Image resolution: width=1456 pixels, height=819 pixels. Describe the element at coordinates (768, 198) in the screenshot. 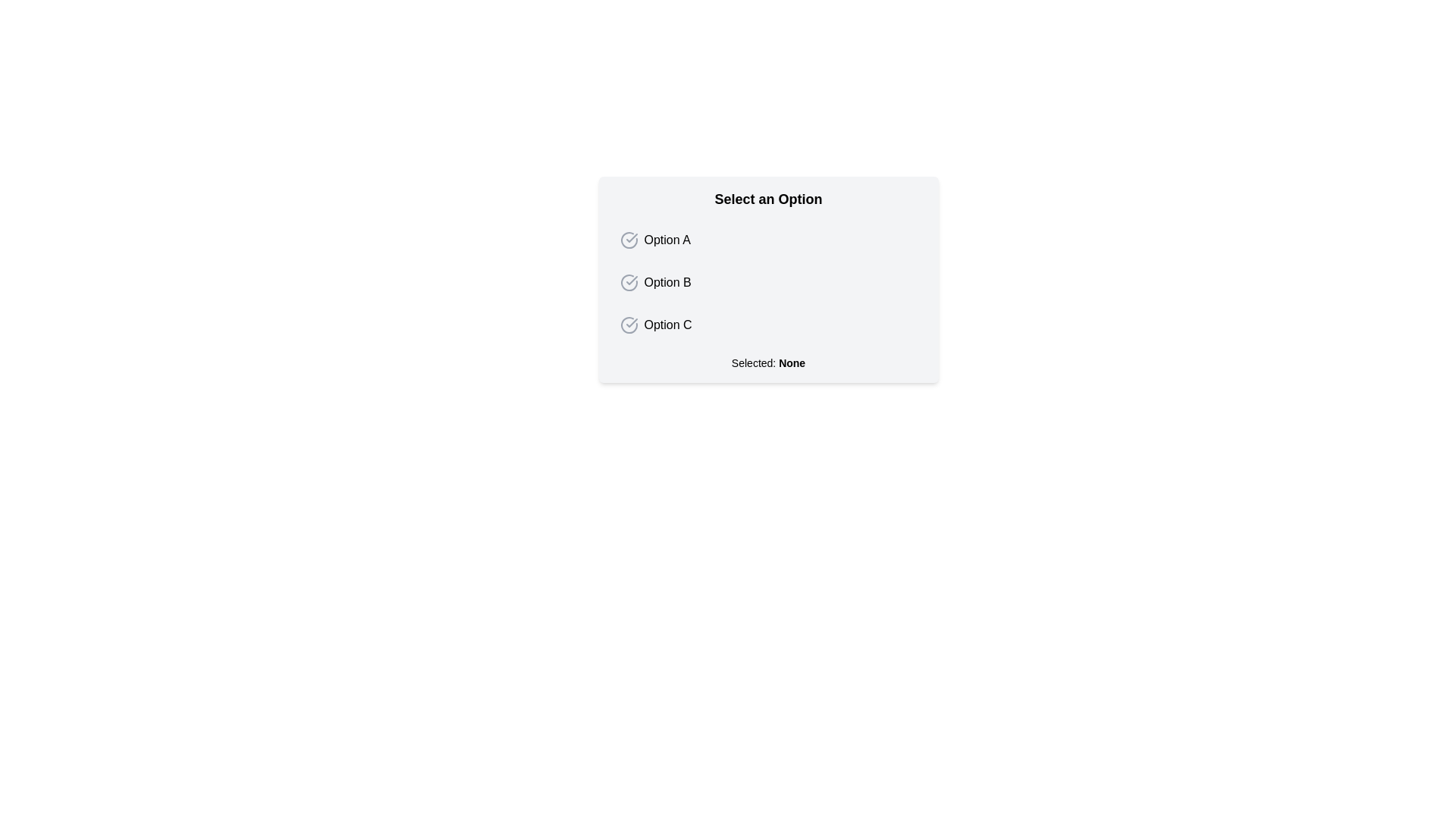

I see `the heading text label that indicates the purpose of the options below it, located at the top of the card-like structure` at that location.